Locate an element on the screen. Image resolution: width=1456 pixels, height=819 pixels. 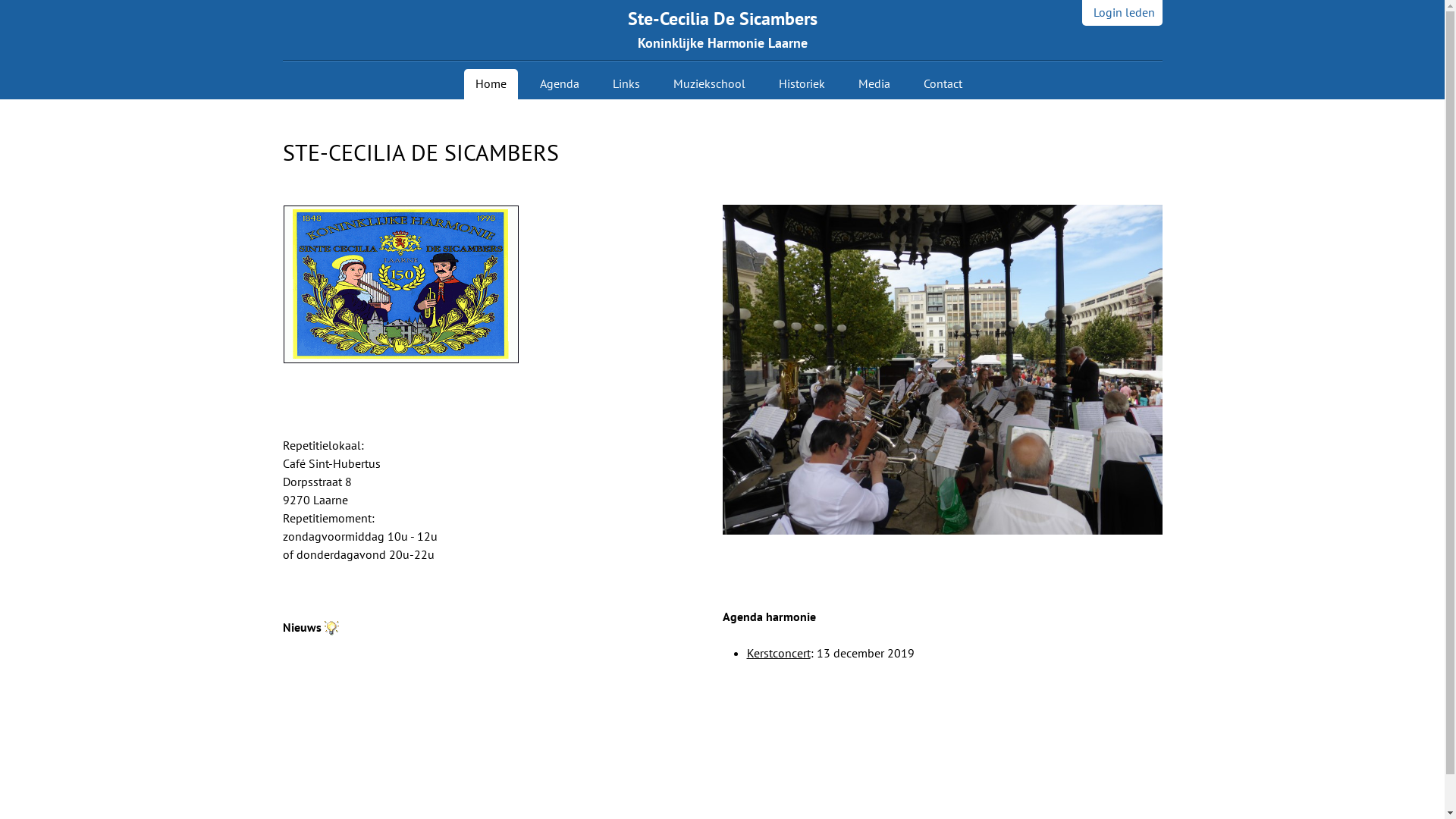
'Muziekschool' is located at coordinates (661, 84).